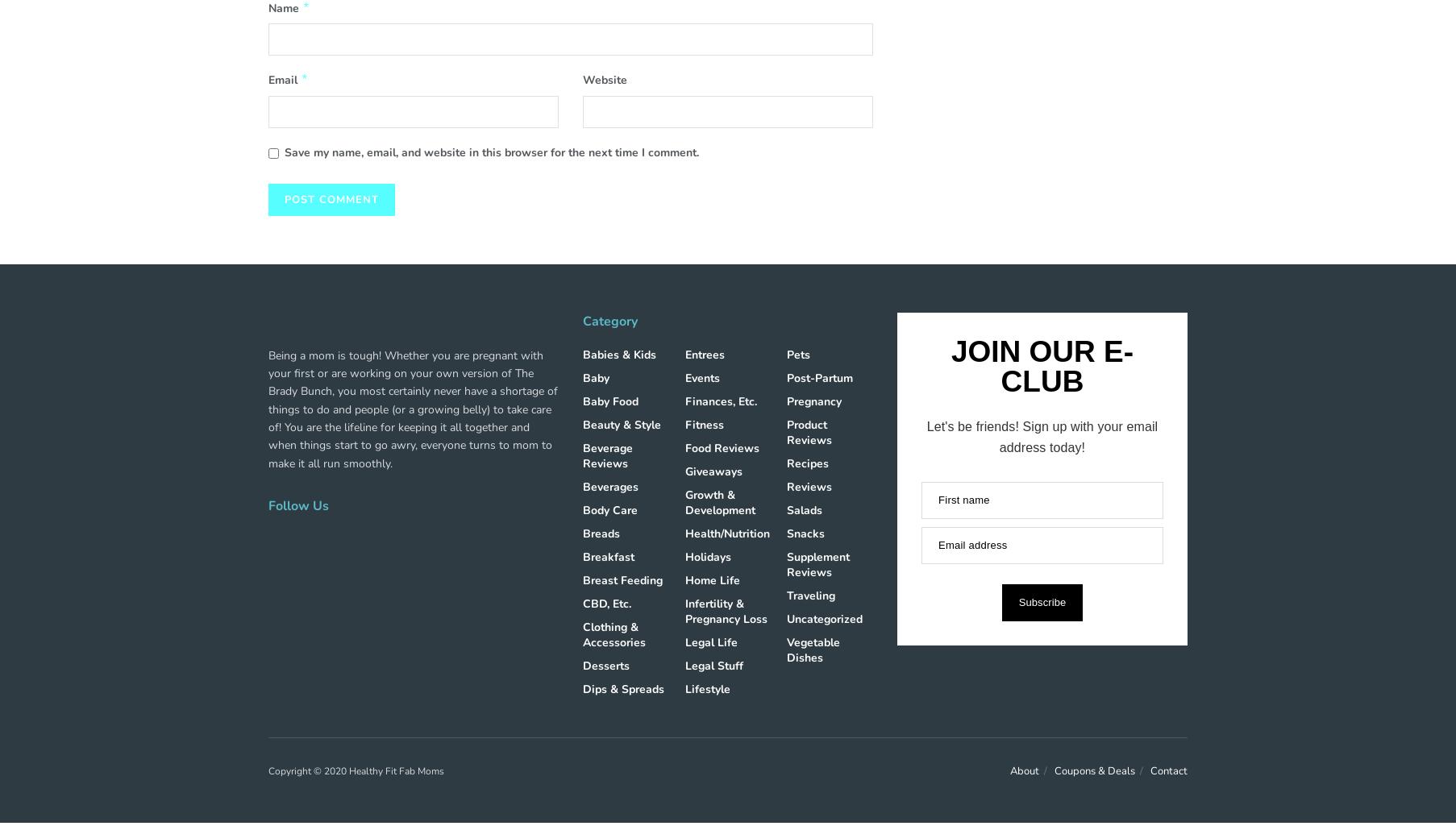 The width and height of the screenshot is (1456, 826). What do you see at coordinates (720, 401) in the screenshot?
I see `'Finances, Etc.'` at bounding box center [720, 401].